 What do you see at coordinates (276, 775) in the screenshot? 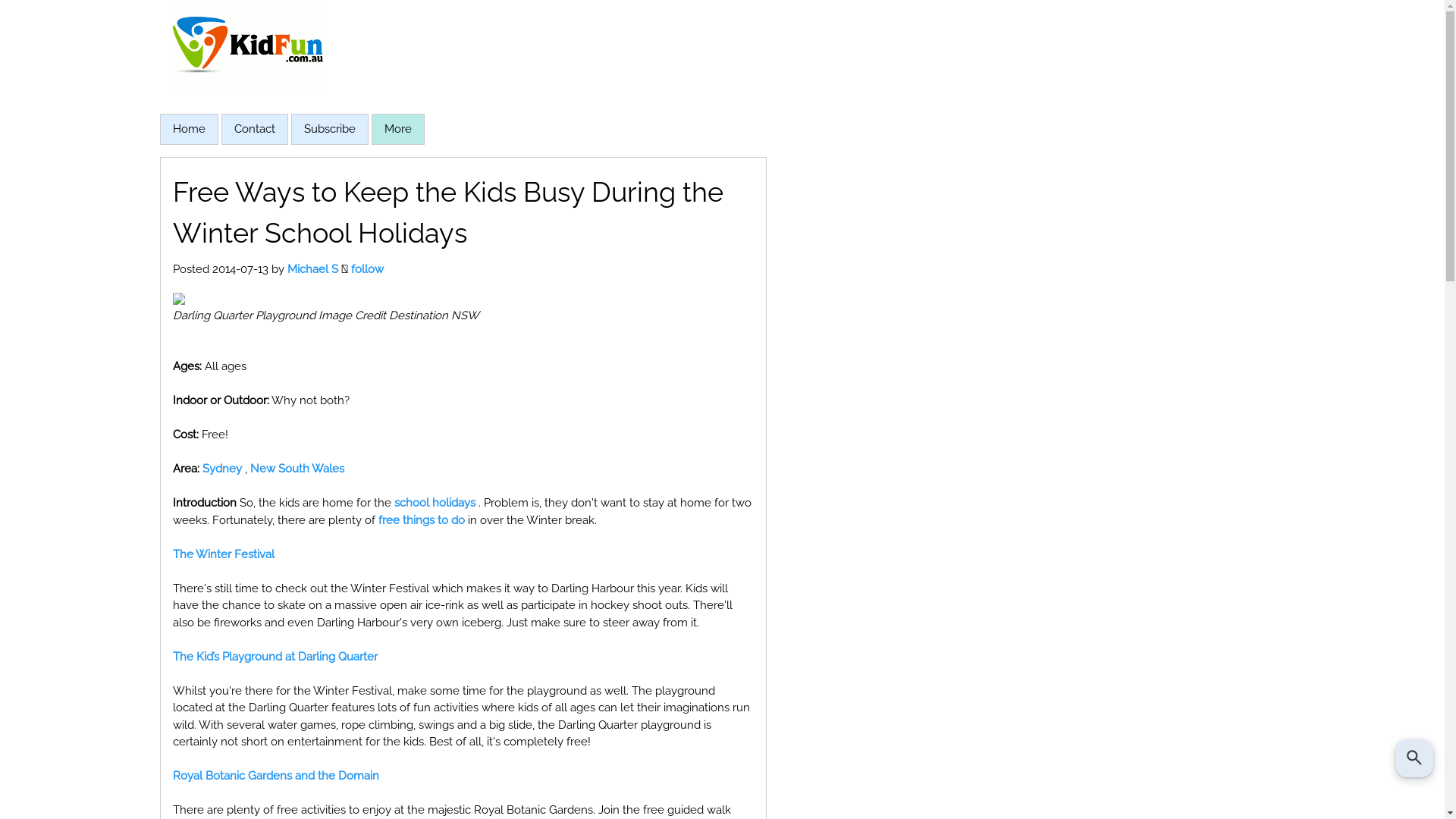
I see `'Royal Botanic Gardens and the Domain'` at bounding box center [276, 775].